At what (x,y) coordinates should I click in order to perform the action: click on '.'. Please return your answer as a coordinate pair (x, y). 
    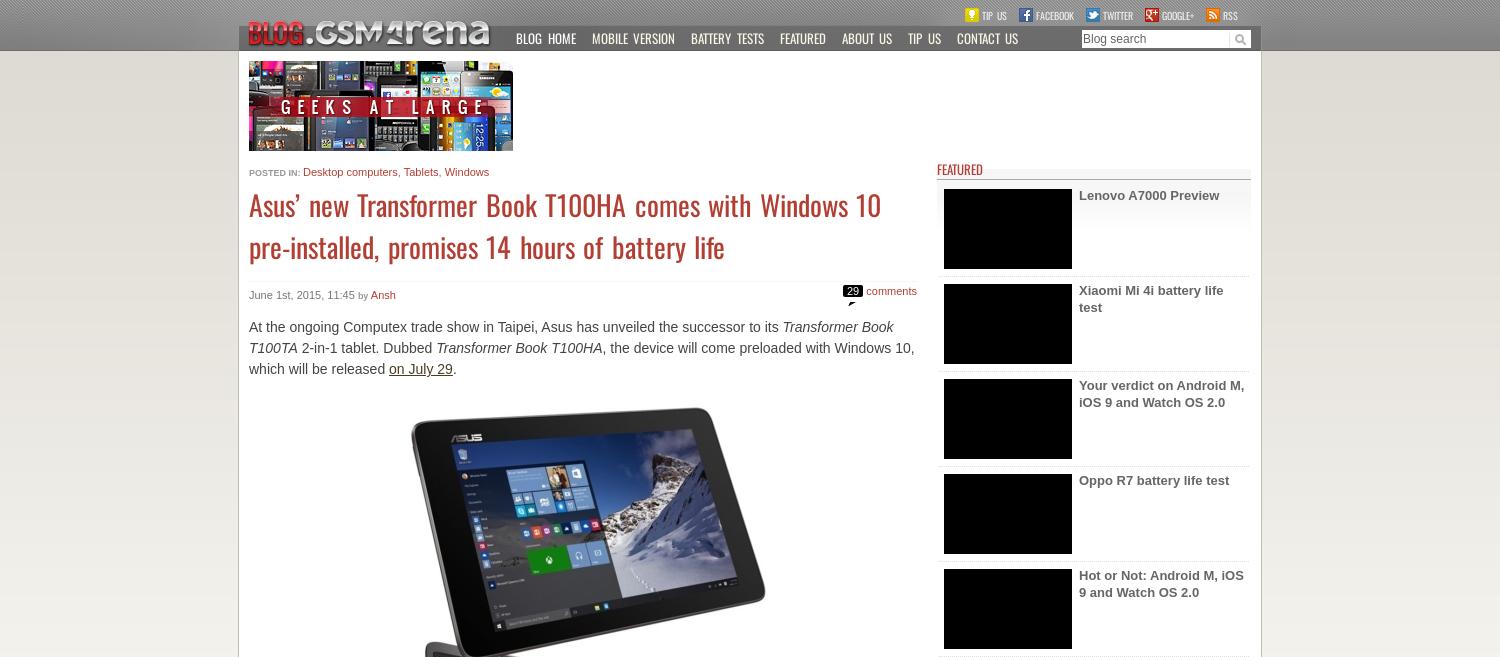
    Looking at the image, I should click on (453, 367).